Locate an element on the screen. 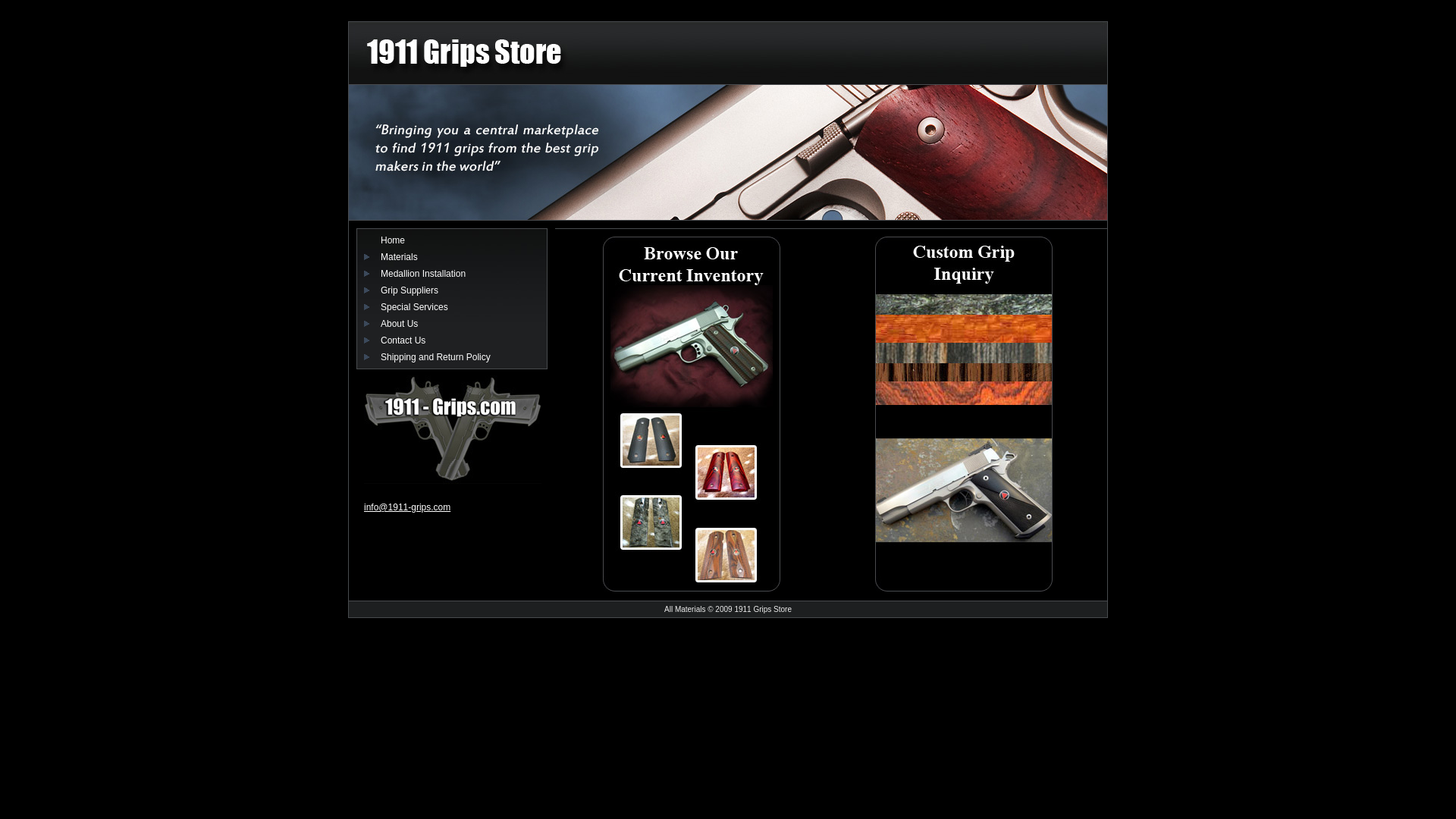 This screenshot has height=819, width=1456. 'Grip Suppliers' is located at coordinates (409, 290).